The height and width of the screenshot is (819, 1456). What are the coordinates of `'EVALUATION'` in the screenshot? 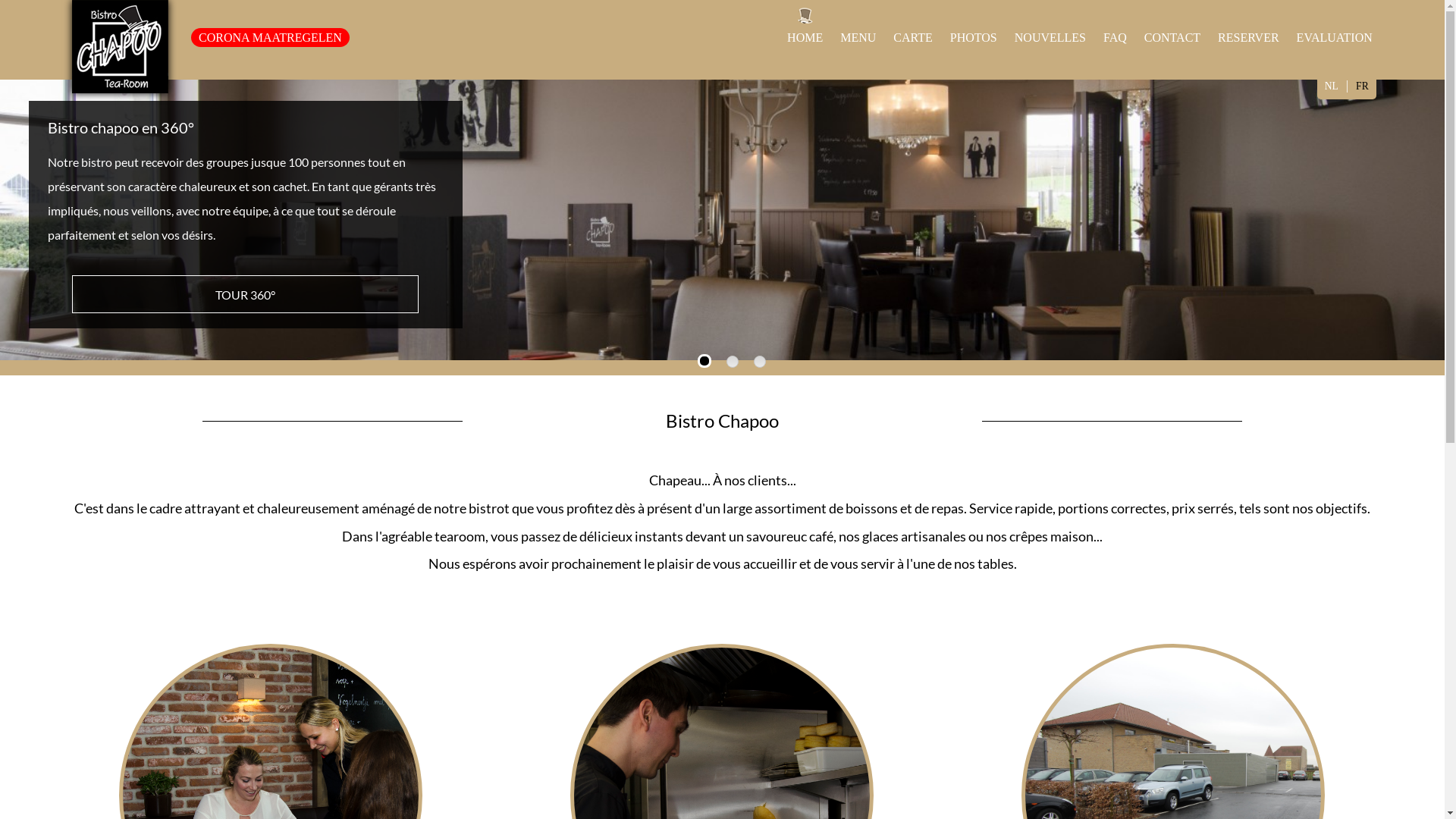 It's located at (1335, 36).